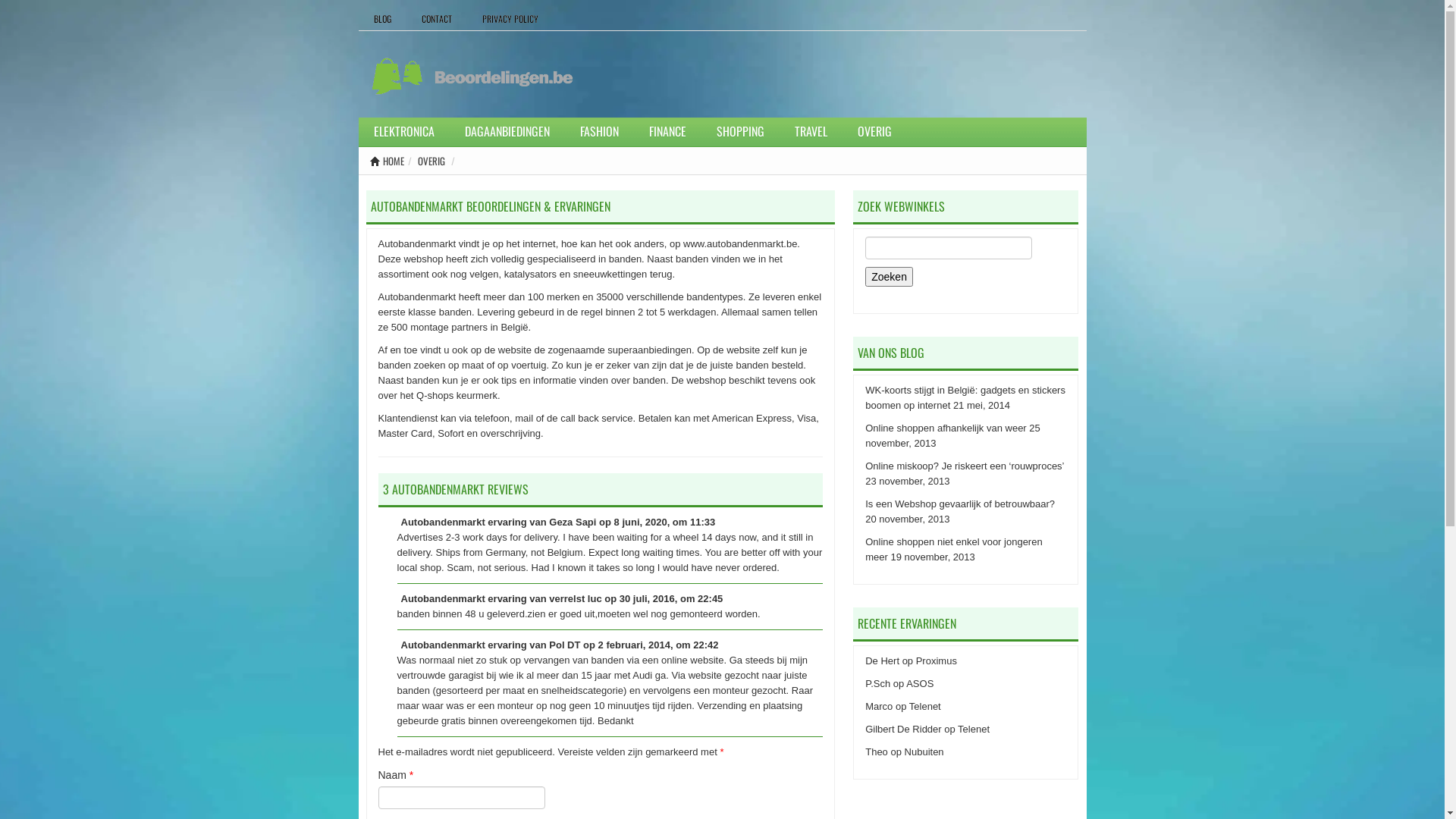  Describe the element at coordinates (403, 130) in the screenshot. I see `'ELEKTRONICA'` at that location.